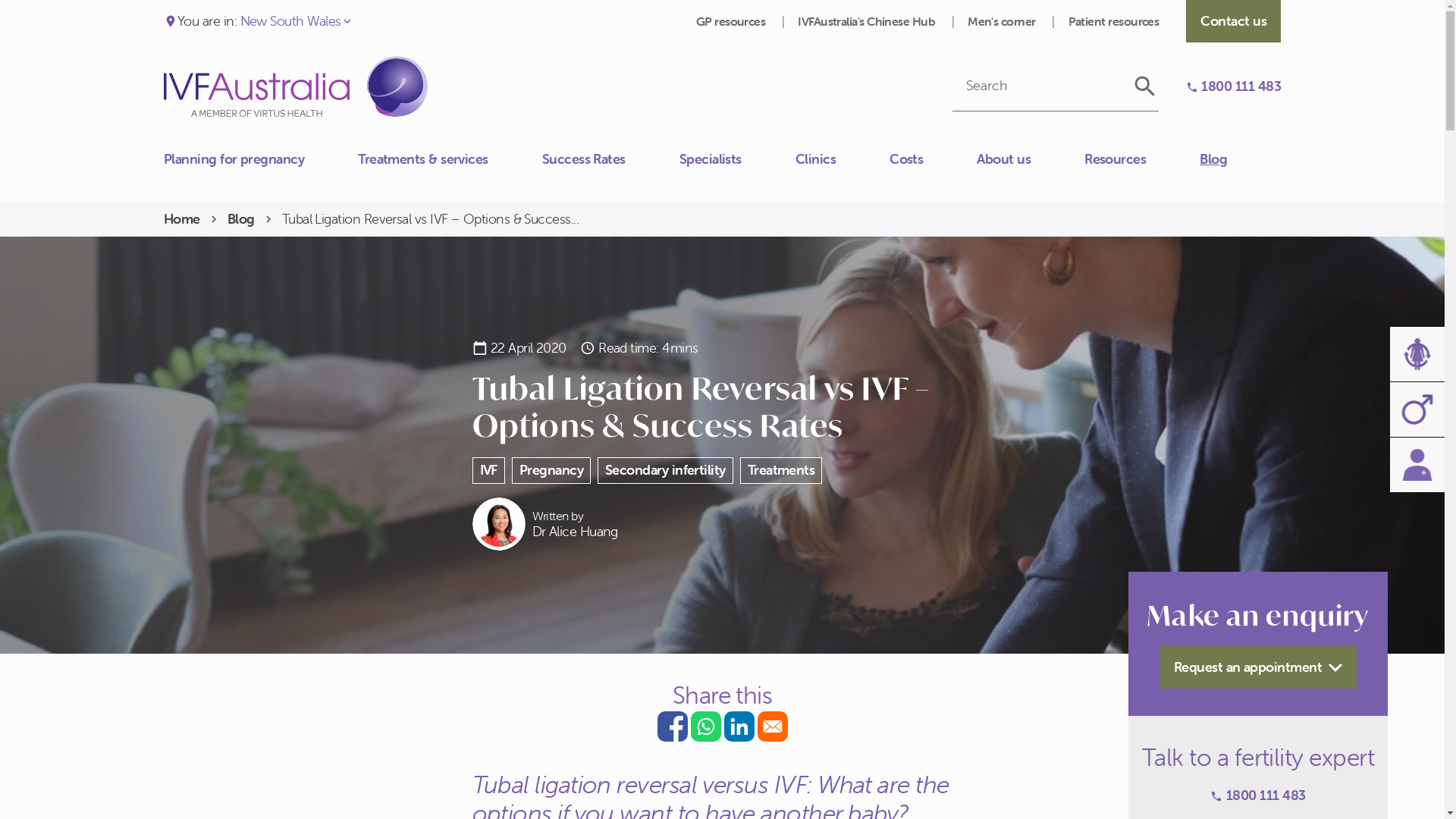 The image size is (1456, 819). I want to click on 'Clinics', so click(841, 158).